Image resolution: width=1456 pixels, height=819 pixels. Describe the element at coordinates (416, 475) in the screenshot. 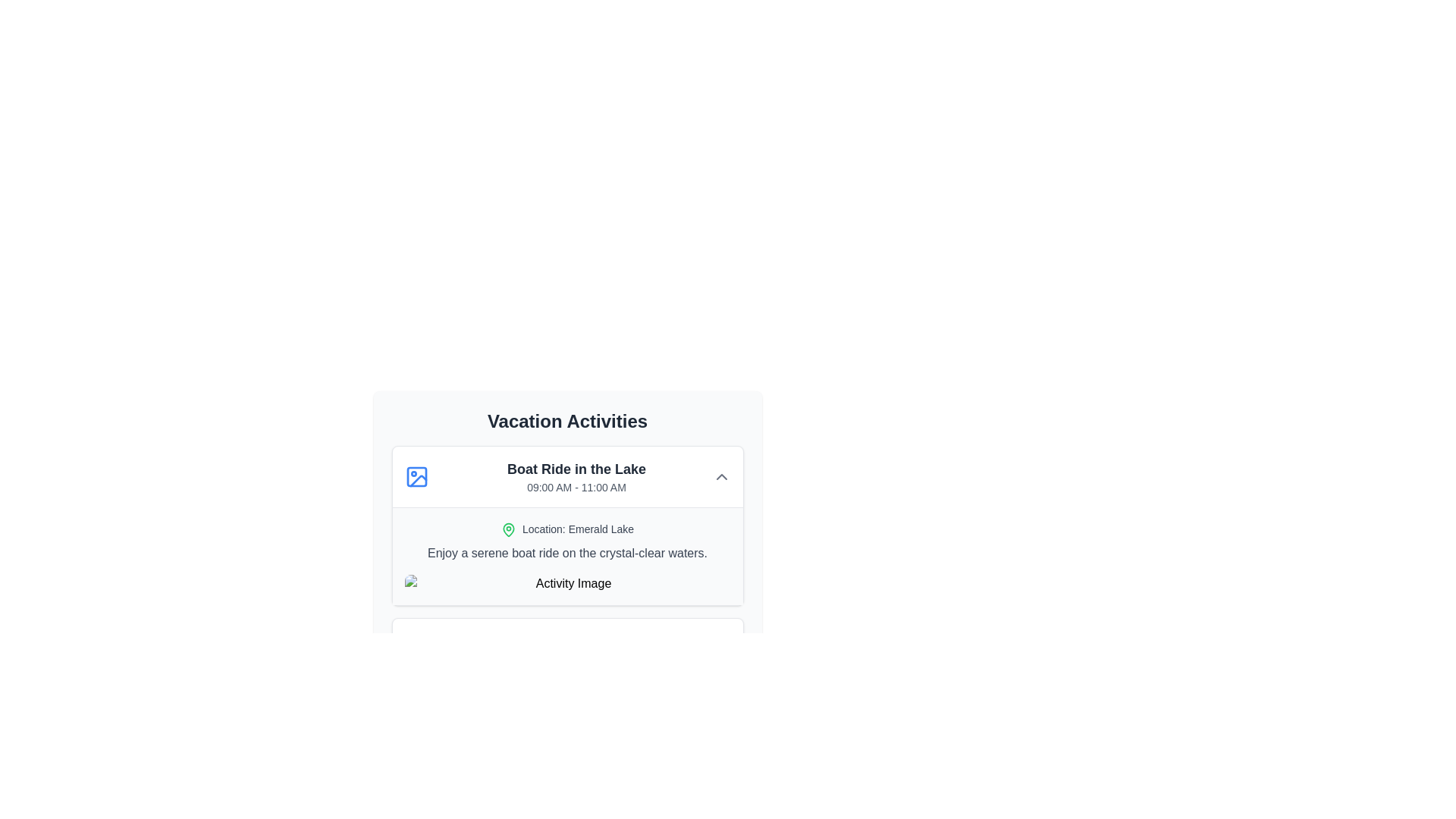

I see `the icon located on the left side of the 'Boat Ride in the Lake' activity card, which serves as a visual cue or identifier for the activity` at that location.